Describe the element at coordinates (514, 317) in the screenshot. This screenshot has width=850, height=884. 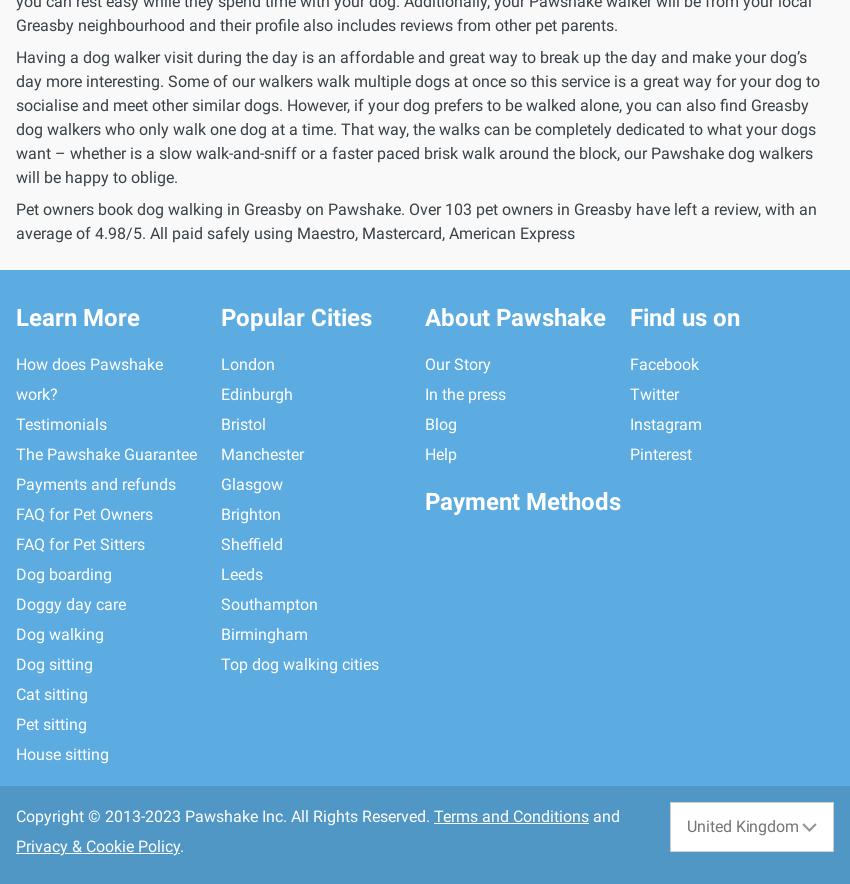
I see `'About Pawshake'` at that location.